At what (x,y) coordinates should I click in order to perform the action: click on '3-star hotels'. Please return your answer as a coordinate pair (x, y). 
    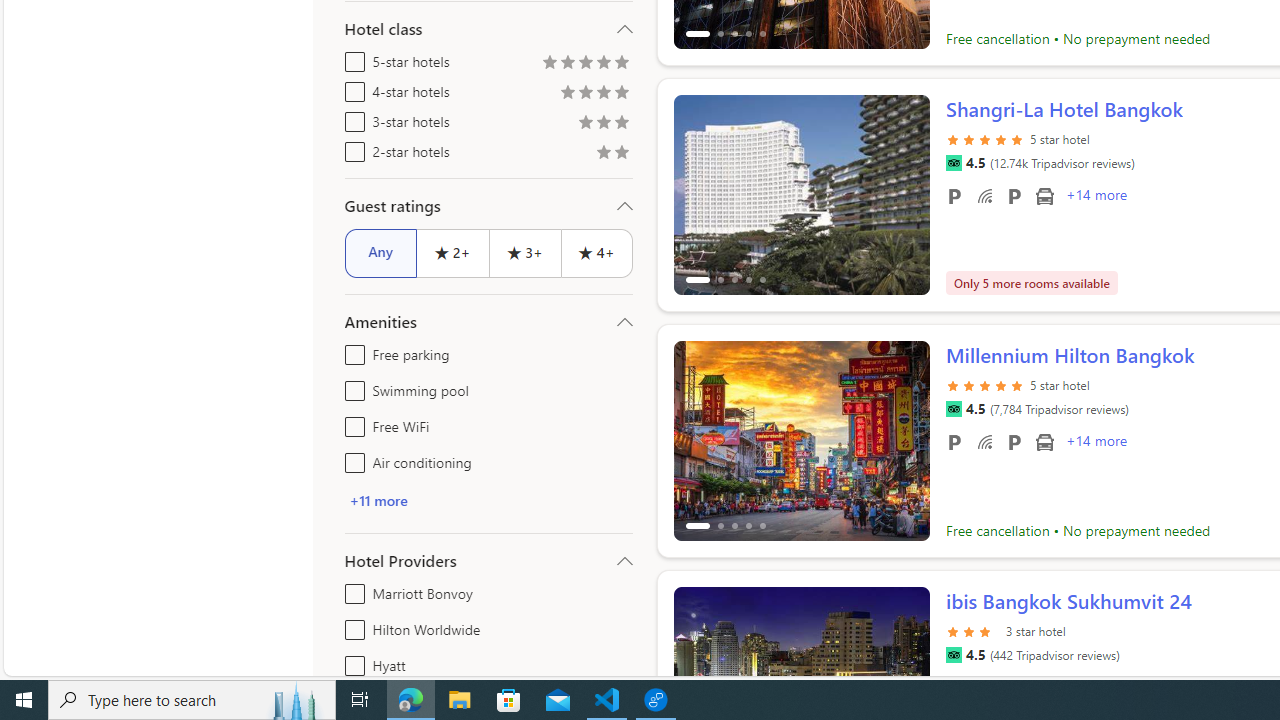
    Looking at the image, I should click on (351, 118).